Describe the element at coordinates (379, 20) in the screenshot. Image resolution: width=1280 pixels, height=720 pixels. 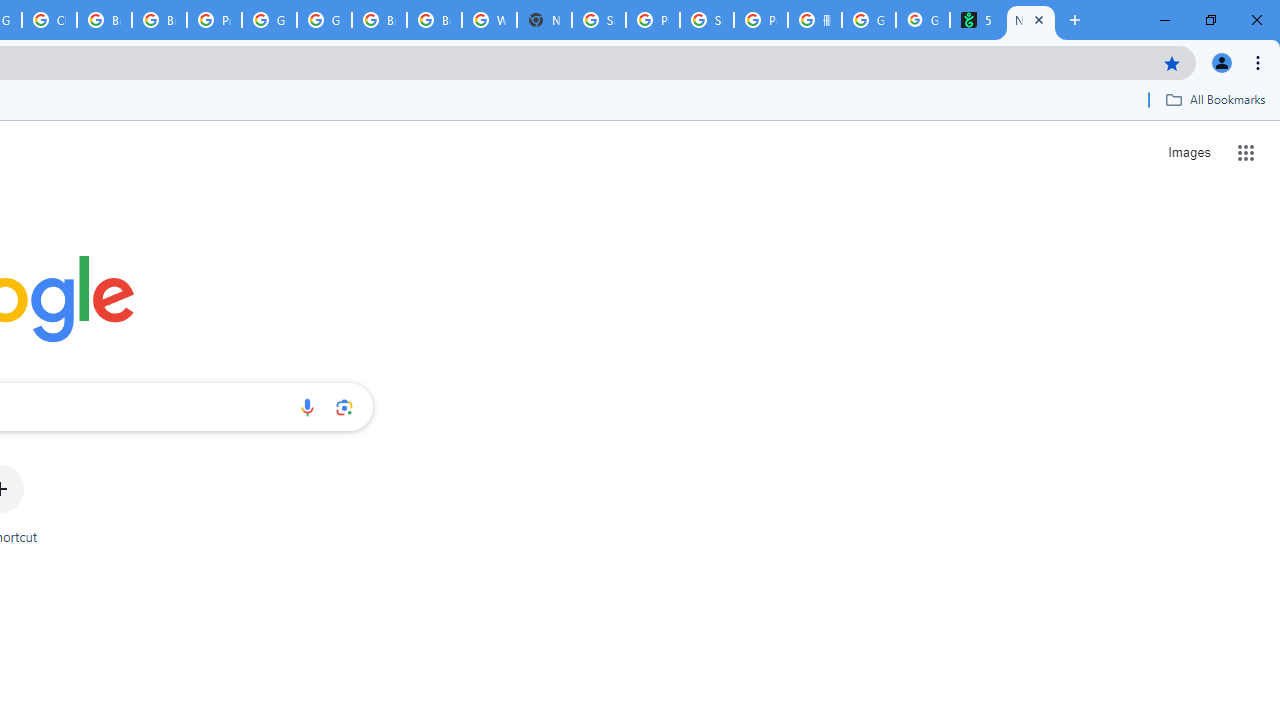
I see `'Browse Chrome as a guest - Computer - Google Chrome Help'` at that location.